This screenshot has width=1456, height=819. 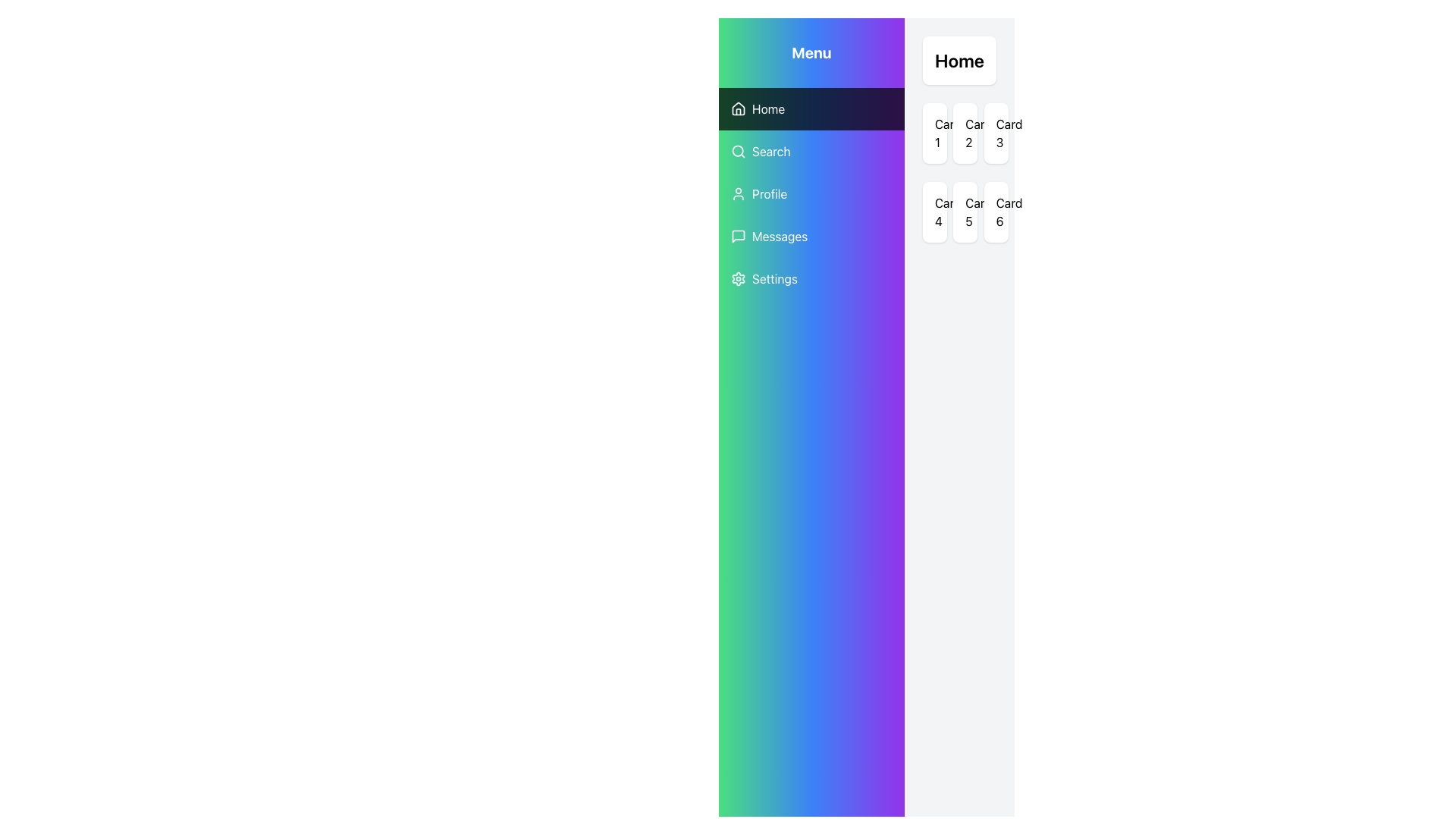 I want to click on the 'Profile' button in the vertical navigation bar, so click(x=811, y=193).